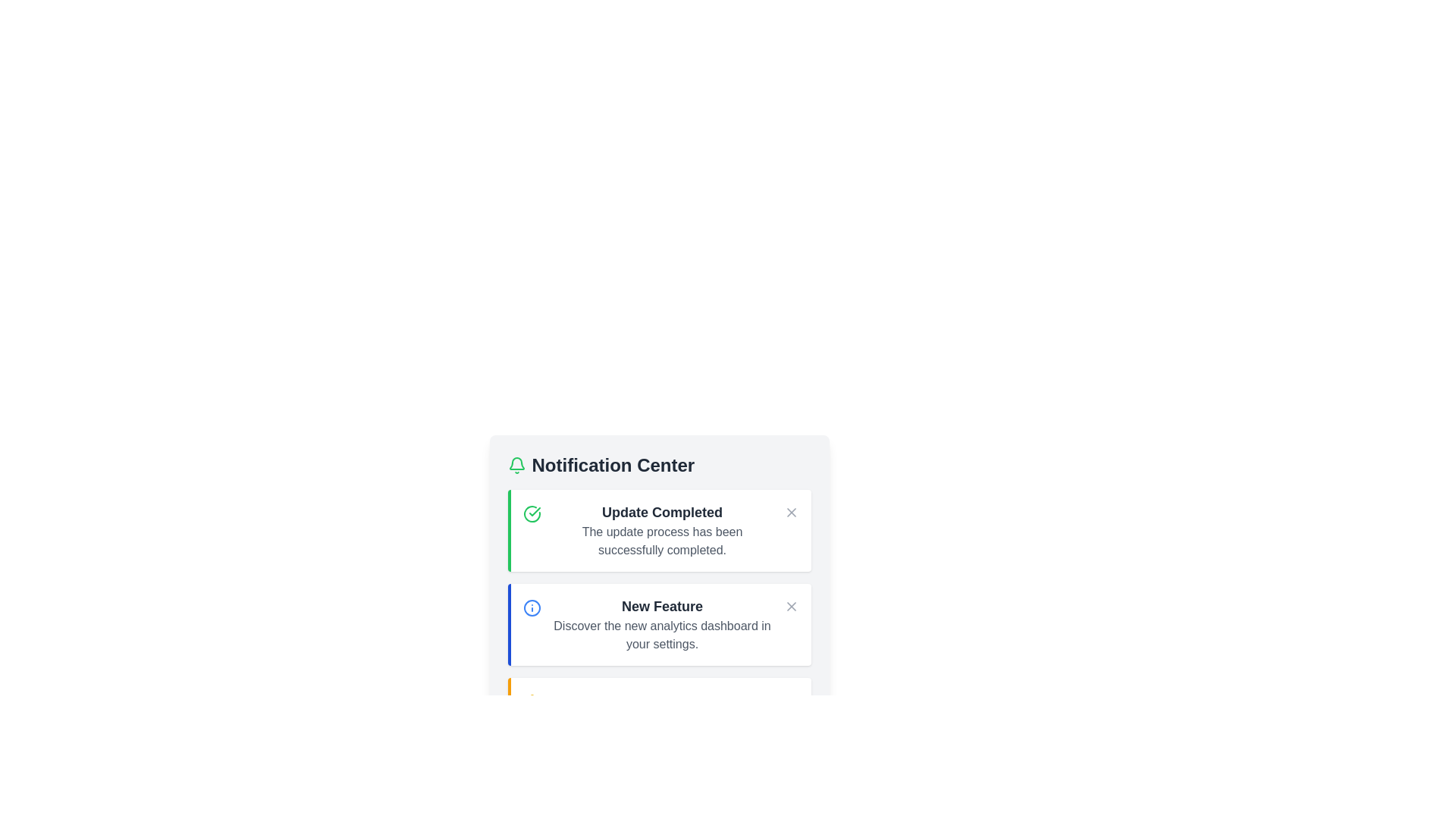 The height and width of the screenshot is (819, 1456). I want to click on graphical properties of the triangular yellow warning icon located at the bottom of the Notification Center interface, which is centrally aligned beneath the notifications, so click(532, 701).